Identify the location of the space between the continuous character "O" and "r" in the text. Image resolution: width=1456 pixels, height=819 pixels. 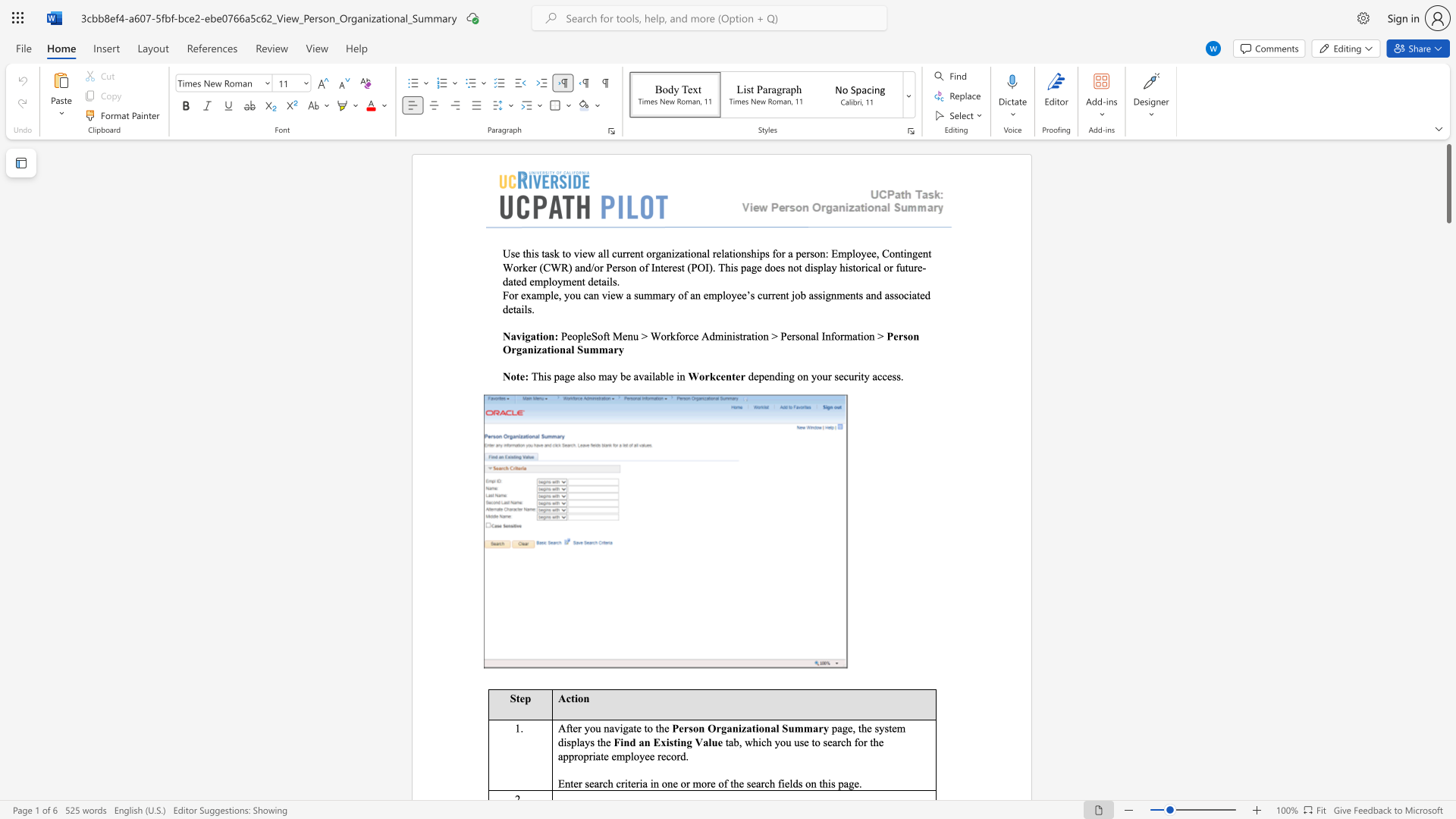
(510, 350).